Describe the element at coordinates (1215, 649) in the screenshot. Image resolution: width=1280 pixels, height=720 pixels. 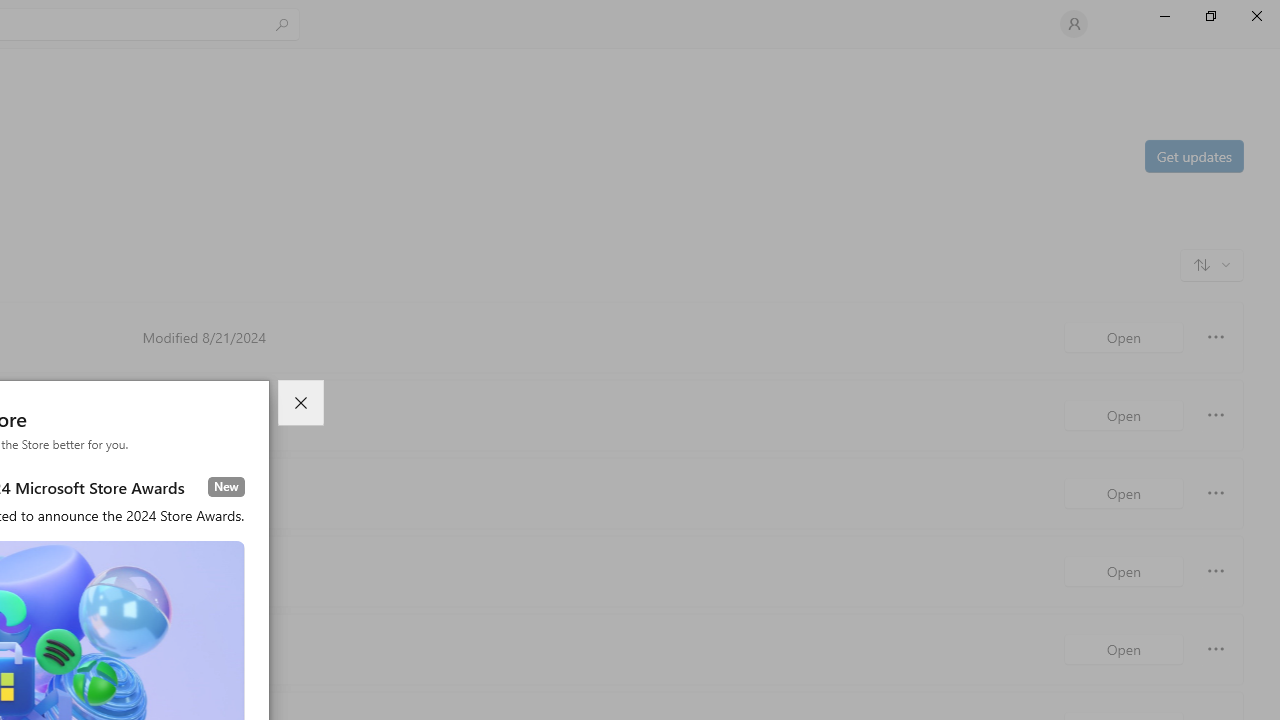
I see `'More options'` at that location.